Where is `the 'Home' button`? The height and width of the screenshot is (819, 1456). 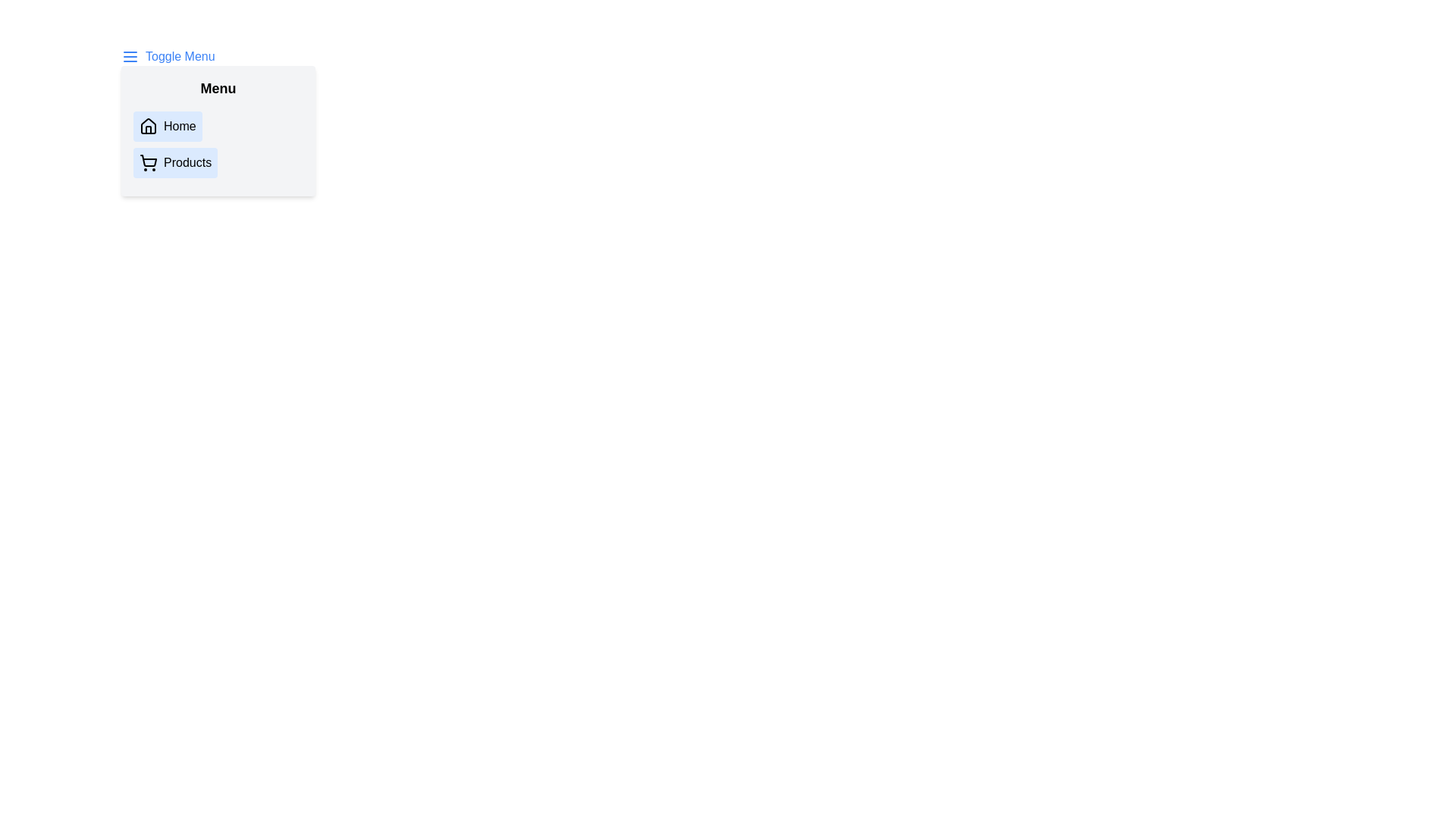
the 'Home' button is located at coordinates (167, 125).